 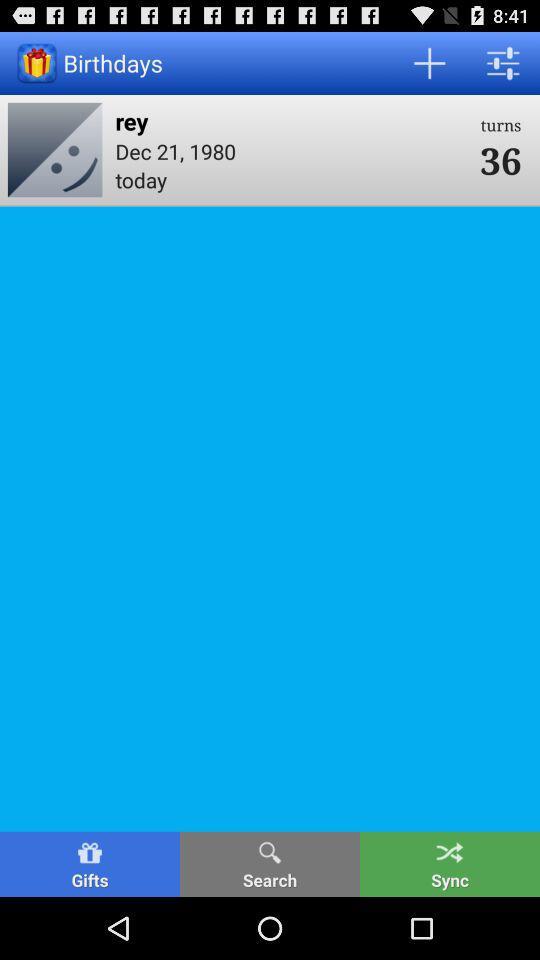 I want to click on the item below the dec 21, 1980 icon, so click(x=290, y=178).